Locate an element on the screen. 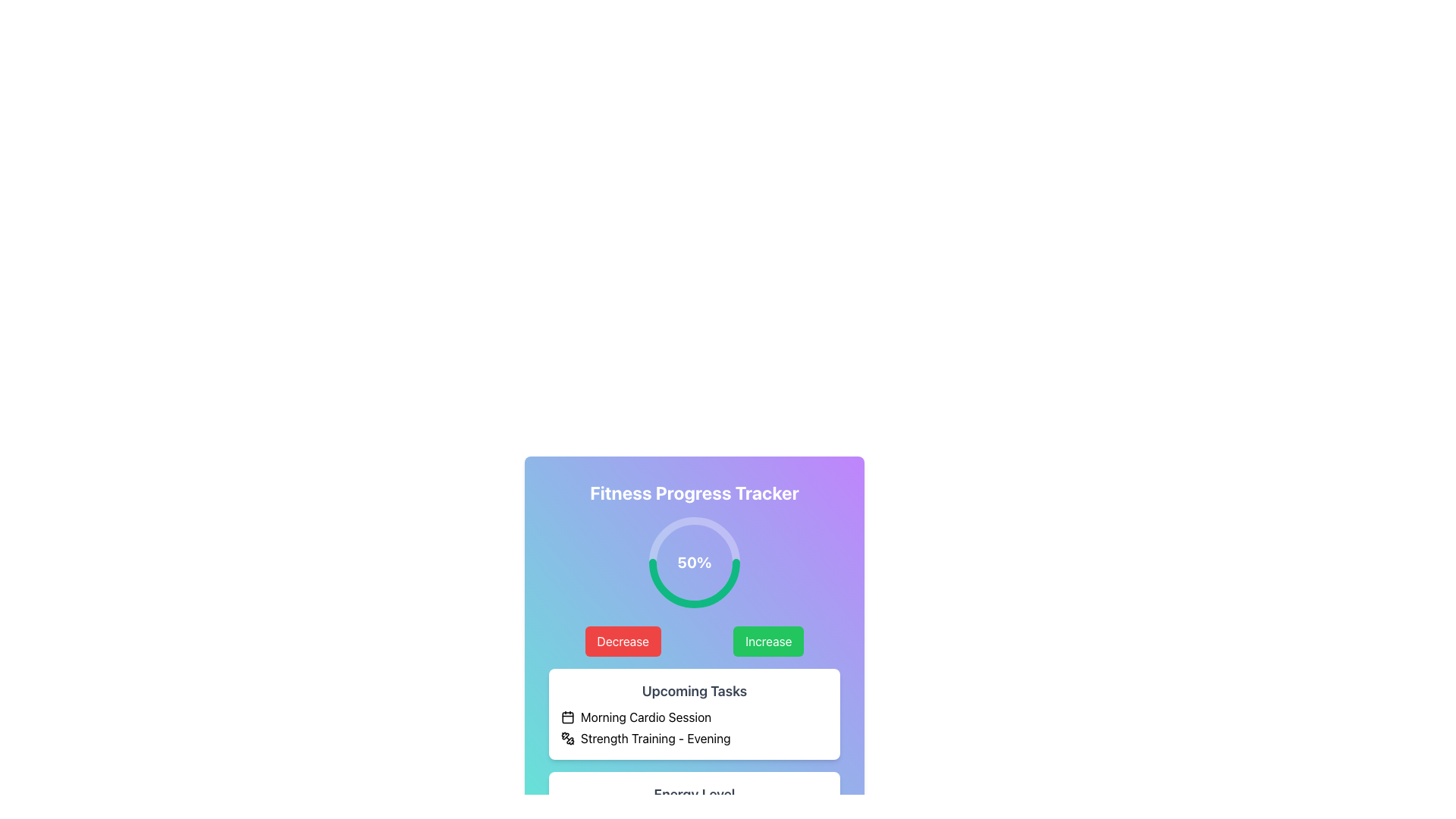  the rounded rectangle within the calendar SVG icon, which is styled without fill or stroke, located centrally in the icon is located at coordinates (566, 717).